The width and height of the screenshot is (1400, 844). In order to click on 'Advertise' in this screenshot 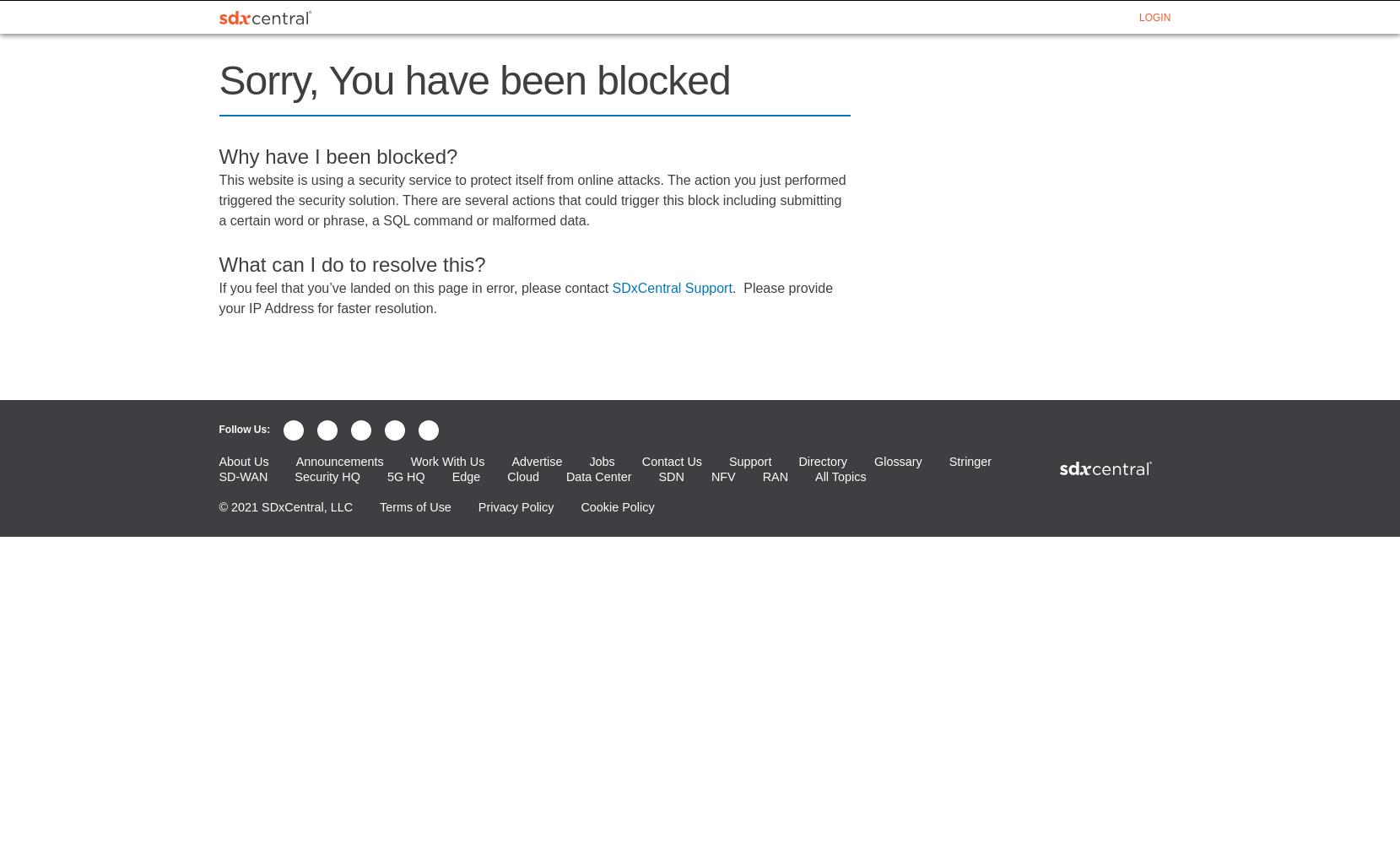, I will do `click(511, 461)`.